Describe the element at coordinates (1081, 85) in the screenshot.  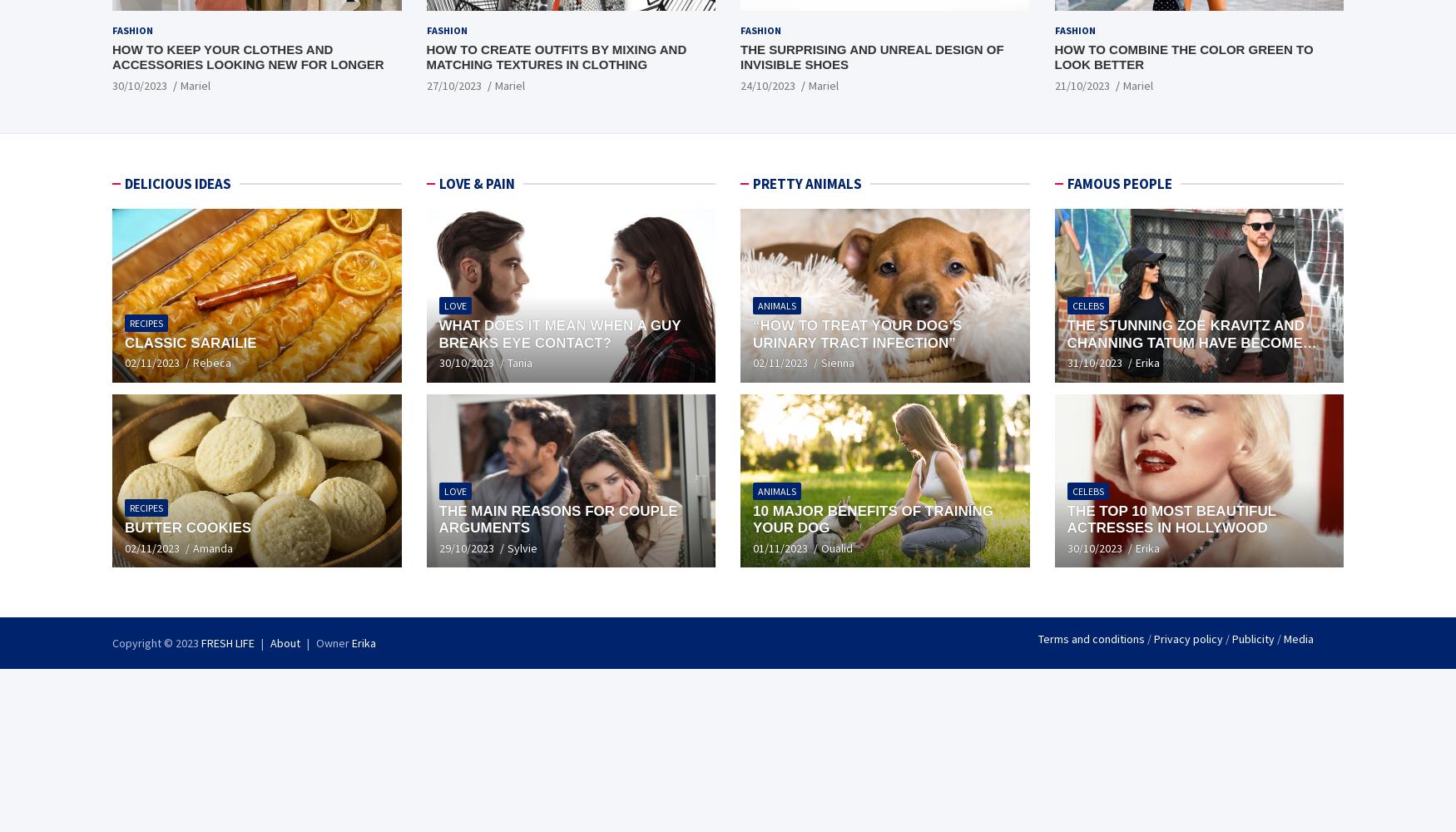
I see `'21/10/2023'` at that location.